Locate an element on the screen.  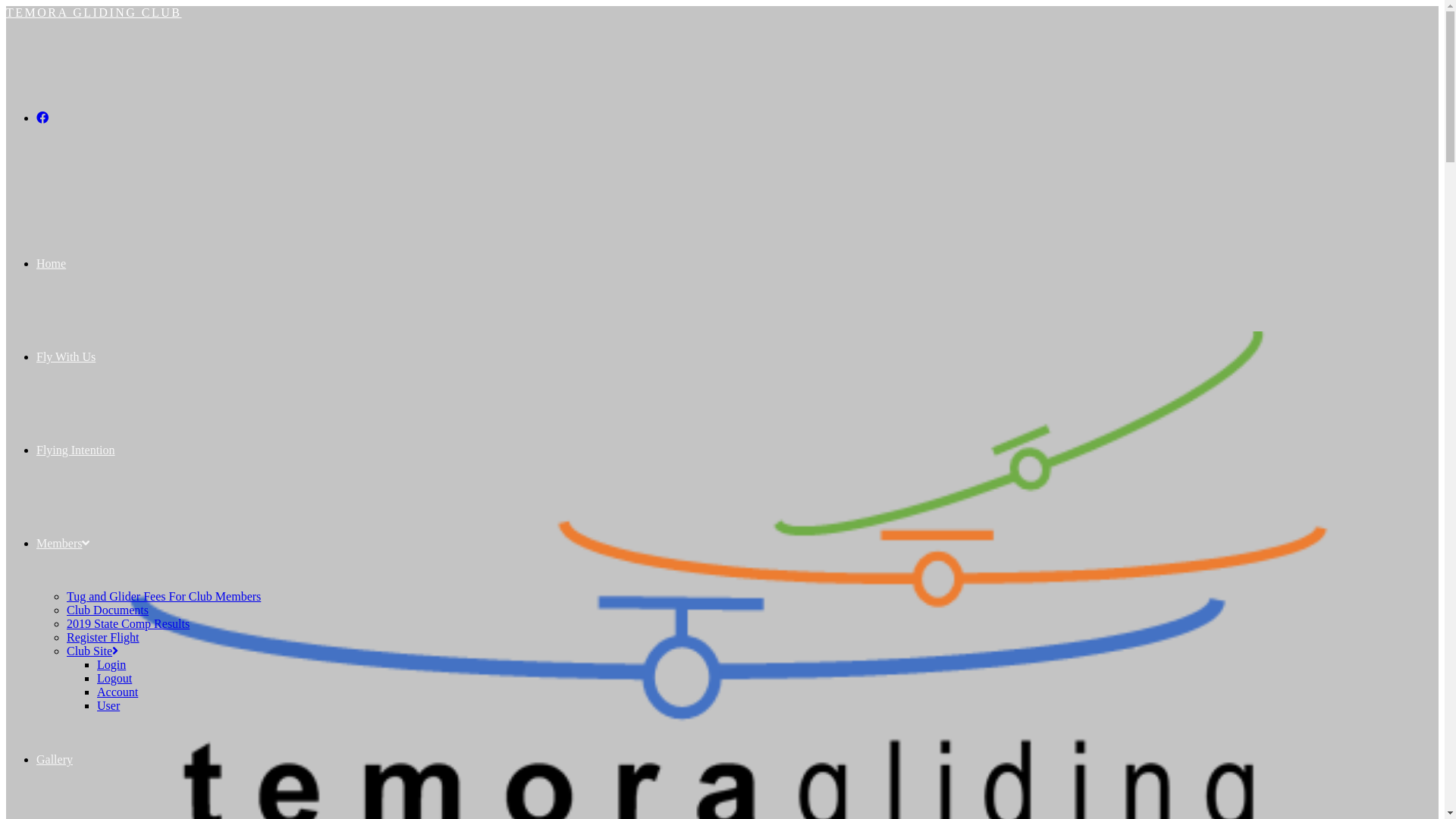
'TEMORA GLIDING CLUB' is located at coordinates (93, 12).